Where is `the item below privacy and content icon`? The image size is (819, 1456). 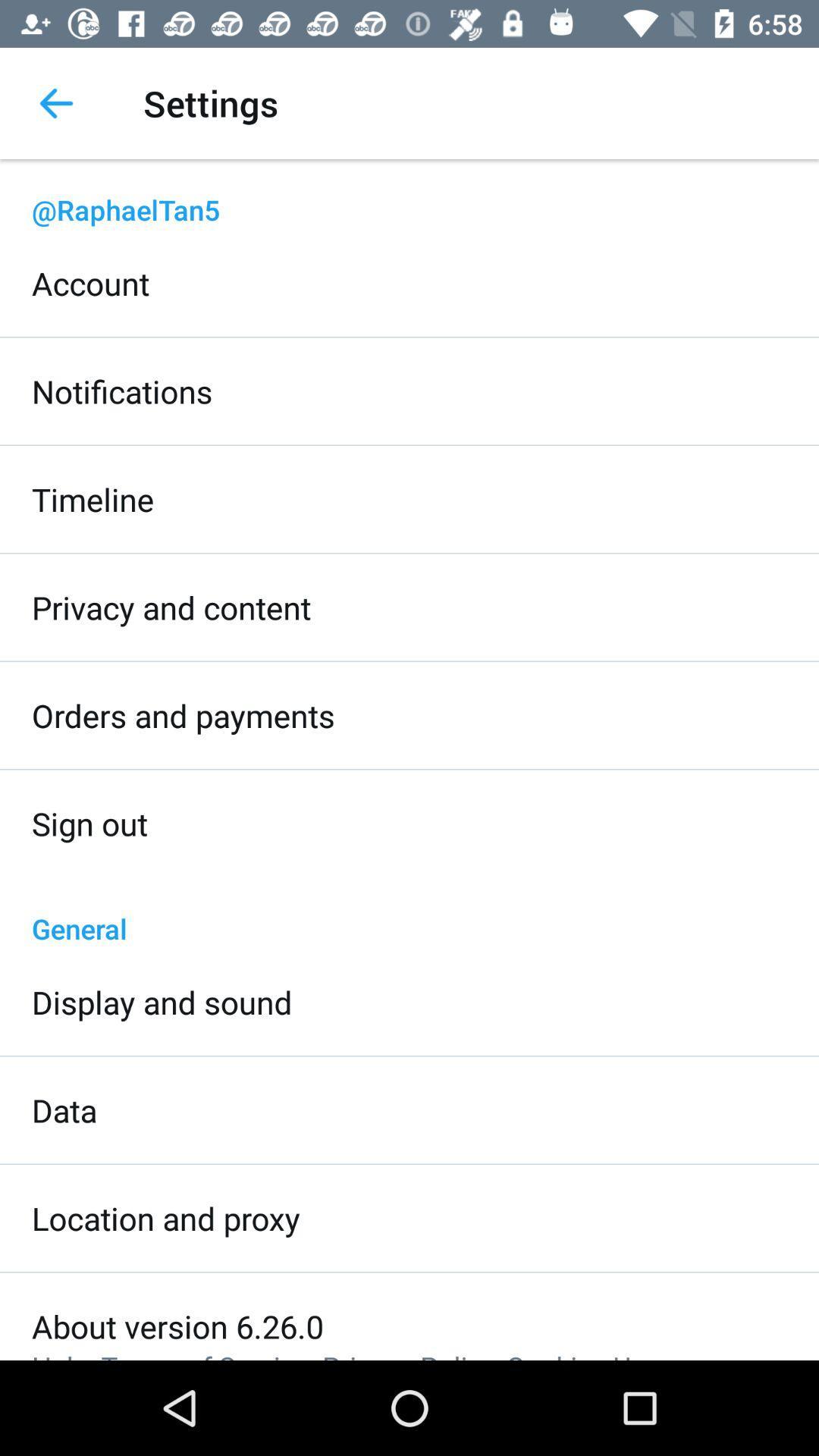 the item below privacy and content icon is located at coordinates (182, 714).